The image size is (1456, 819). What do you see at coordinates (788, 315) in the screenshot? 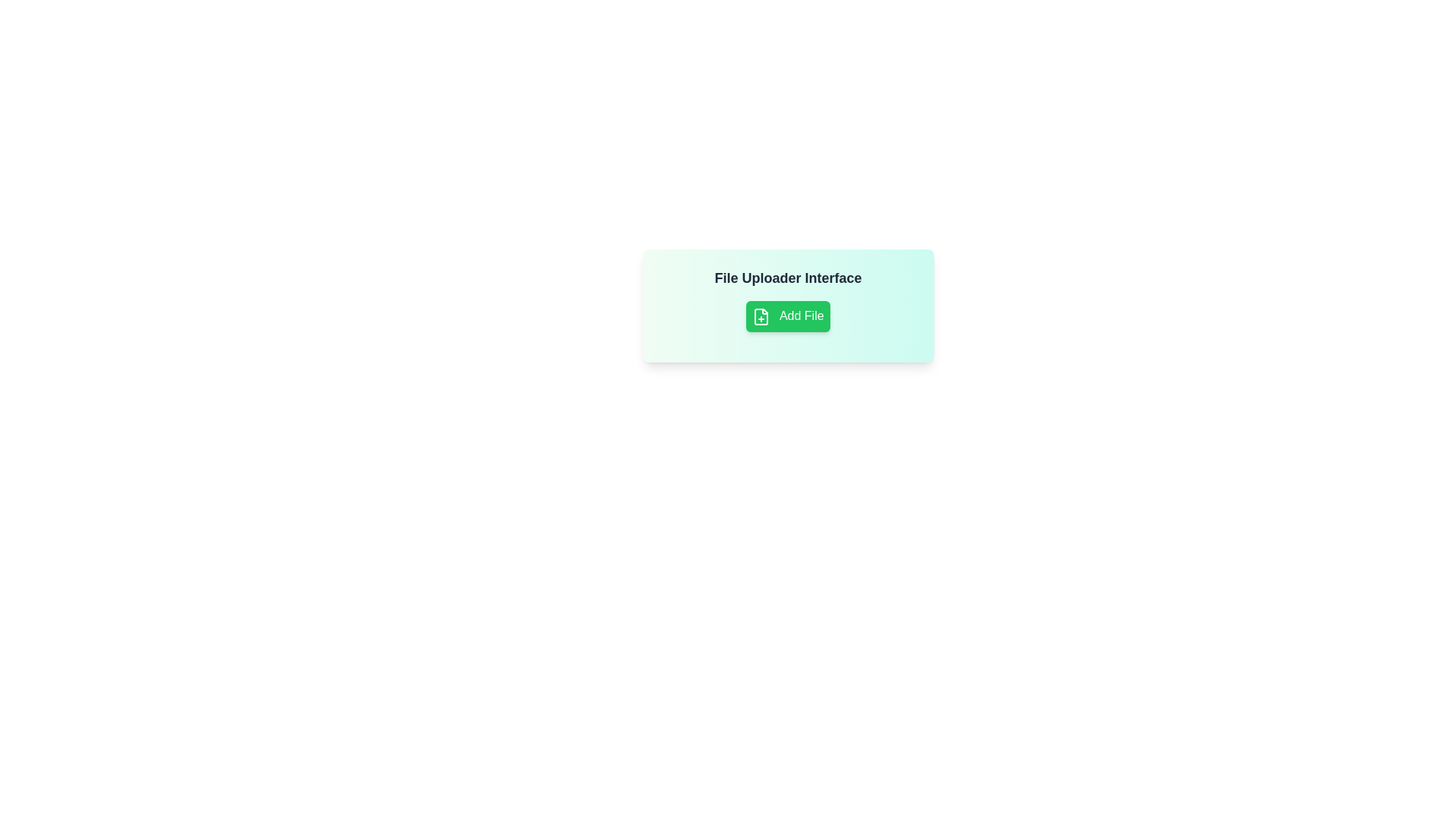
I see `the button for adding files, located beneath the 'File Uploader Interface' heading` at bounding box center [788, 315].